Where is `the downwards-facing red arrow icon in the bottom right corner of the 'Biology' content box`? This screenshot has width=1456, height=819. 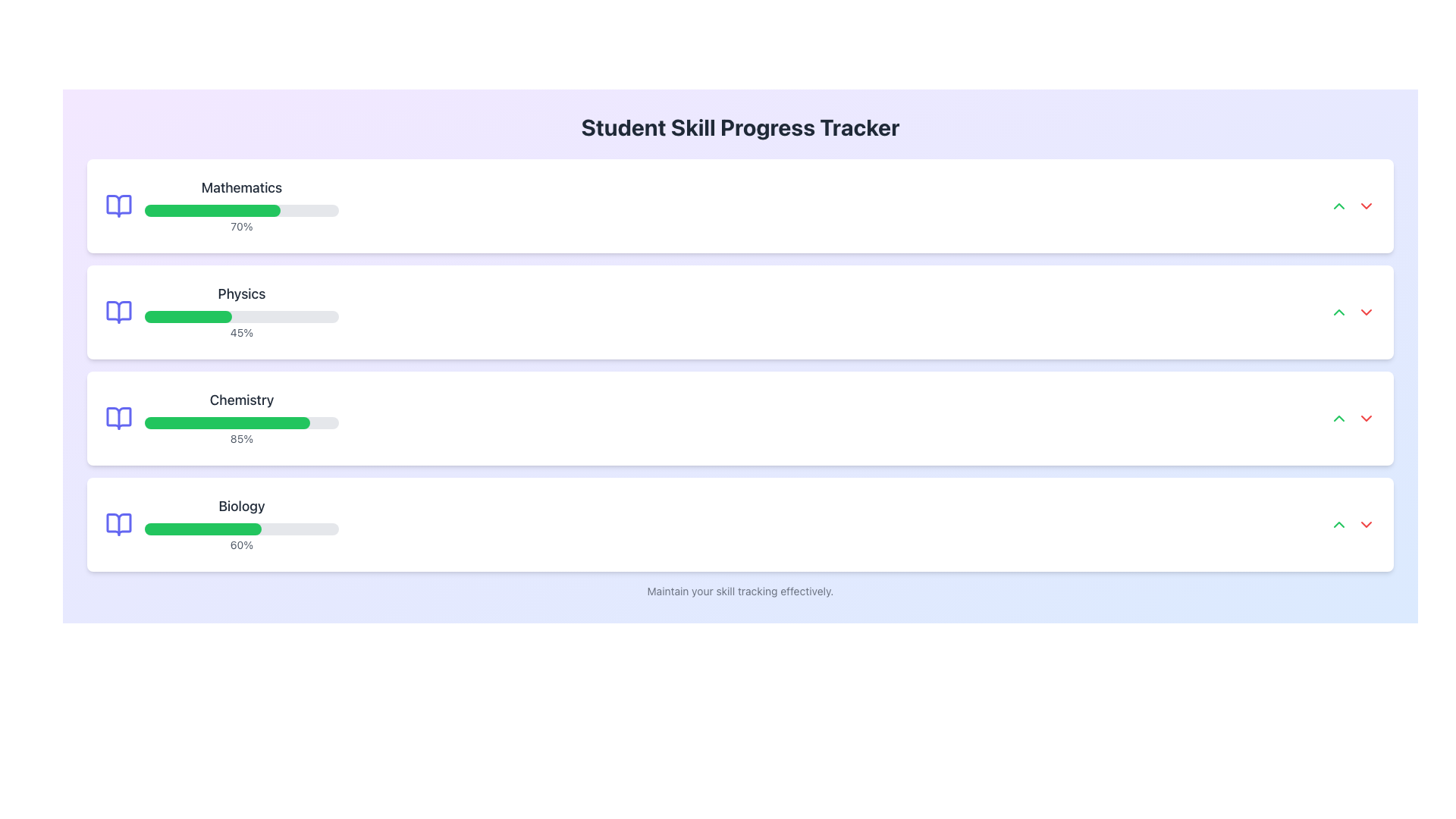
the downwards-facing red arrow icon in the bottom right corner of the 'Biology' content box is located at coordinates (1366, 418).